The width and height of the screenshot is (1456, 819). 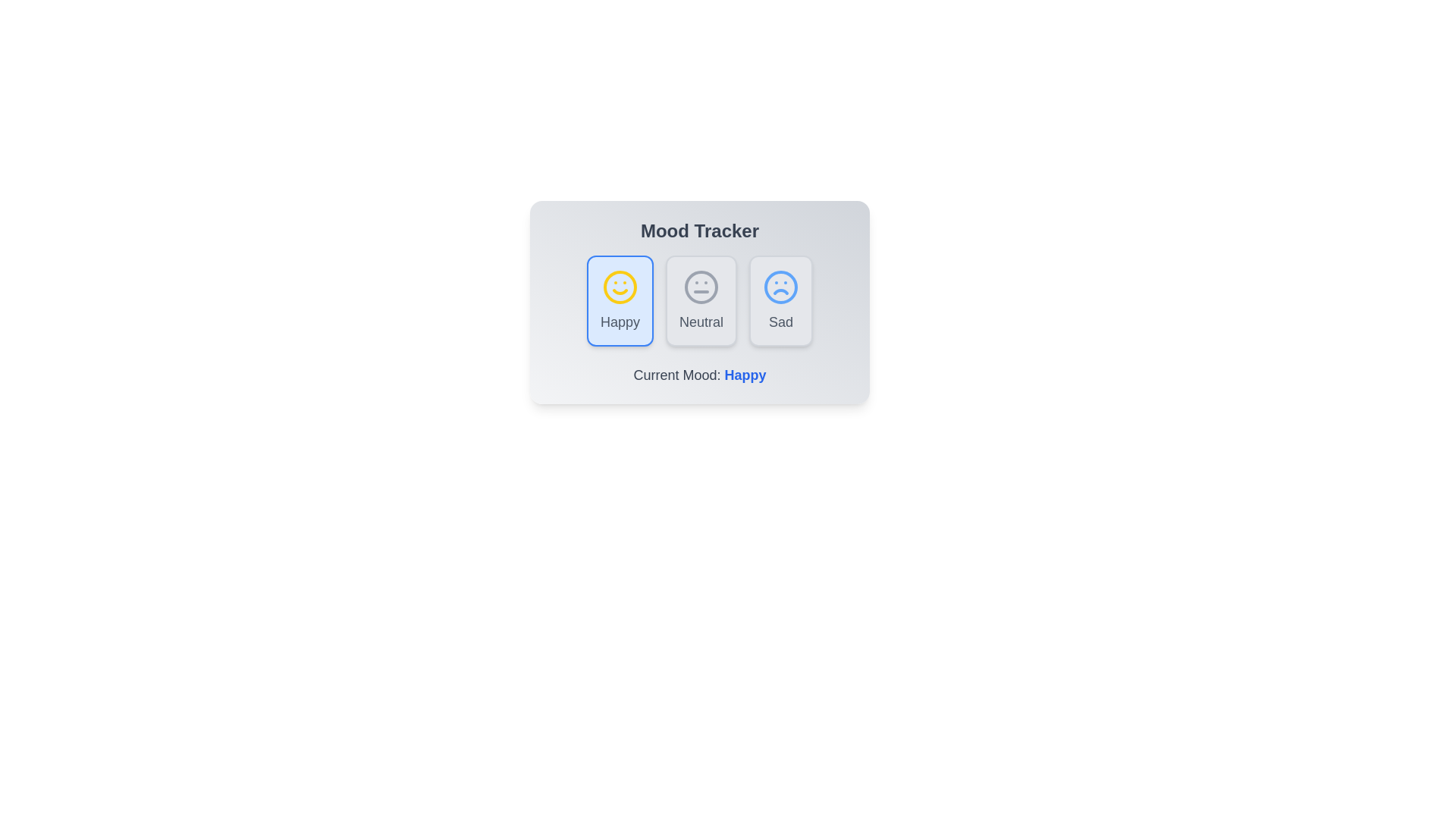 I want to click on the mood button labeled Sad, so click(x=781, y=301).